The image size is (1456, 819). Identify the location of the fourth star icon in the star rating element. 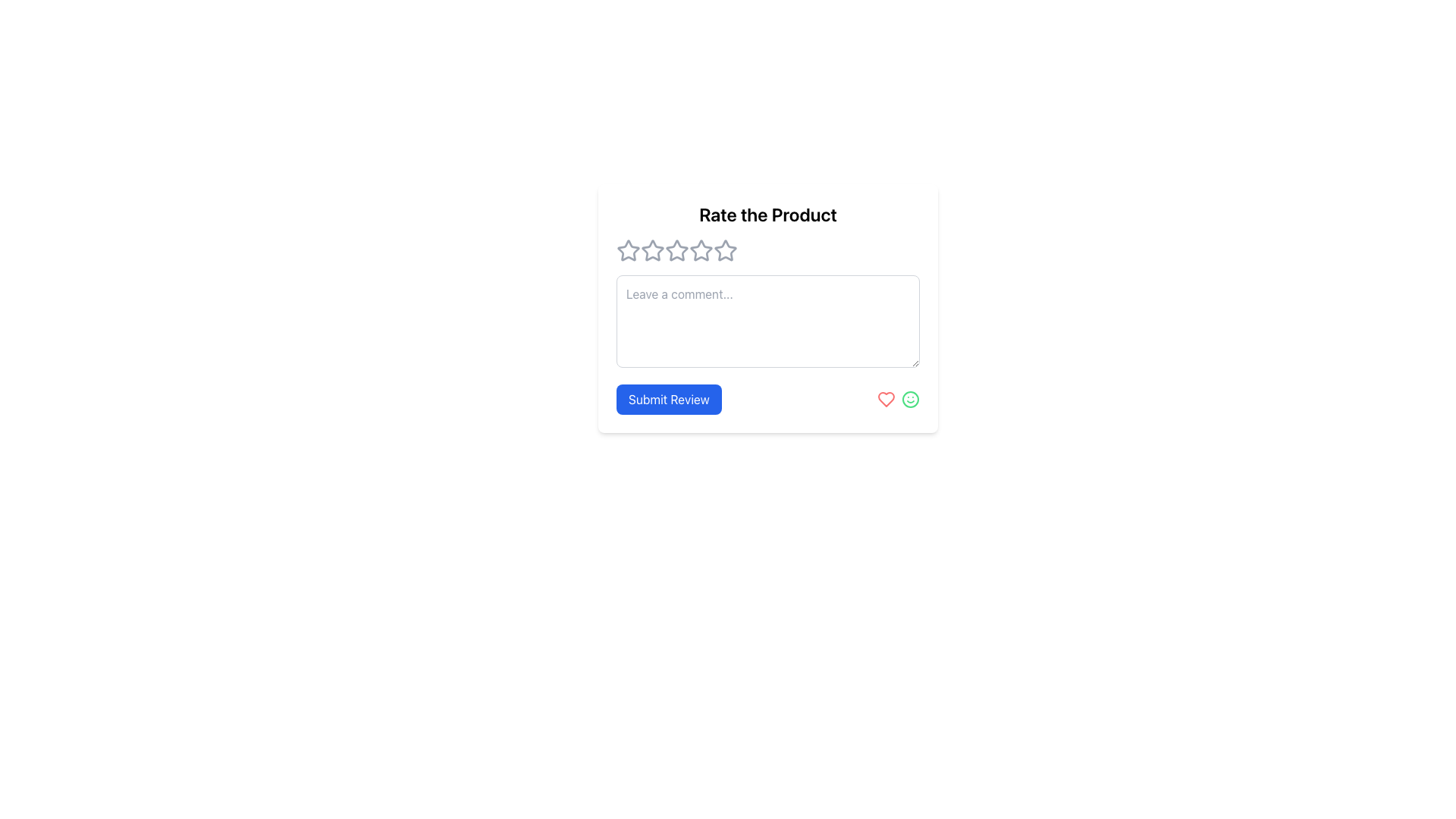
(676, 250).